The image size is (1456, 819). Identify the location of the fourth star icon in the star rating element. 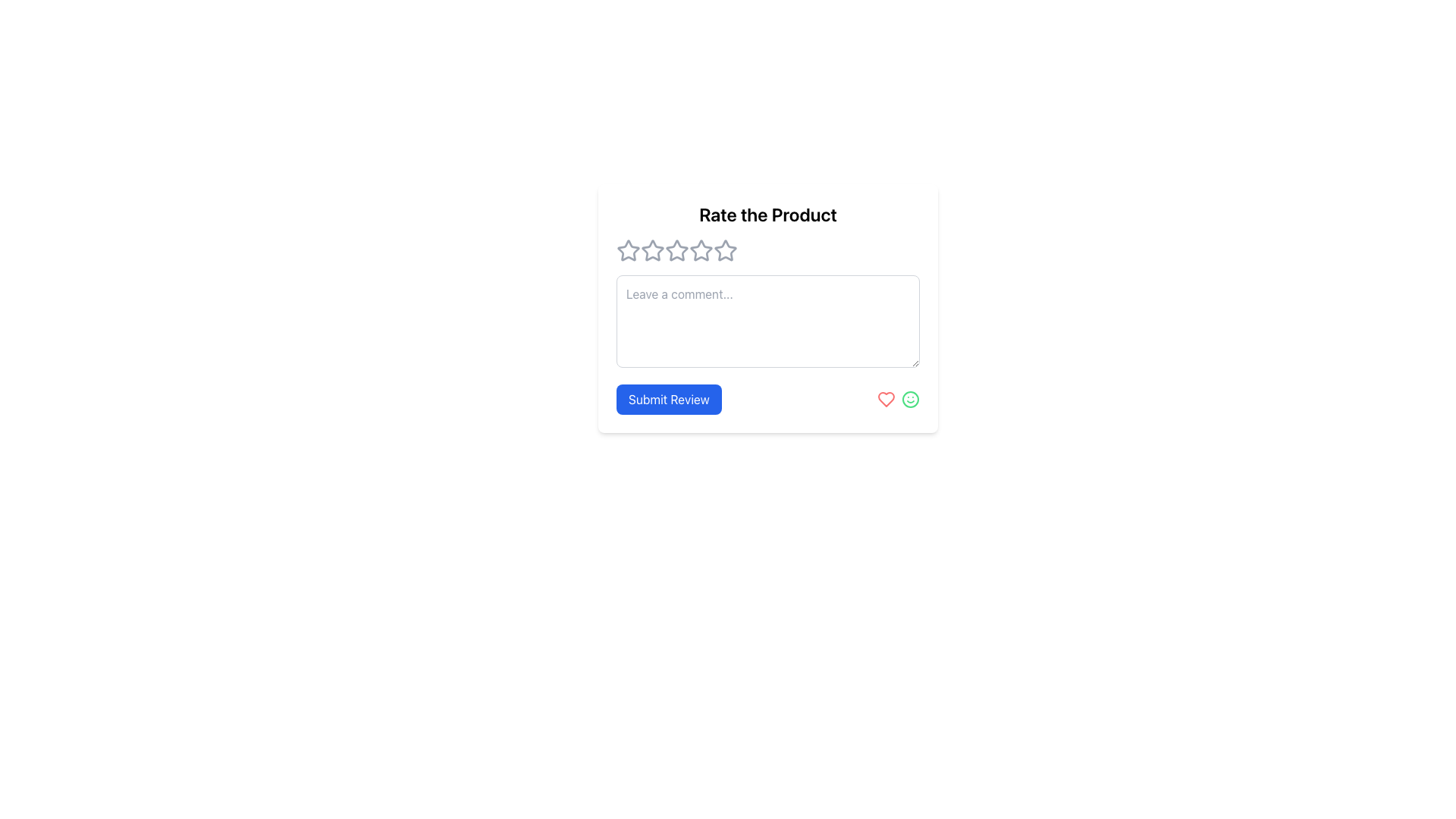
(676, 250).